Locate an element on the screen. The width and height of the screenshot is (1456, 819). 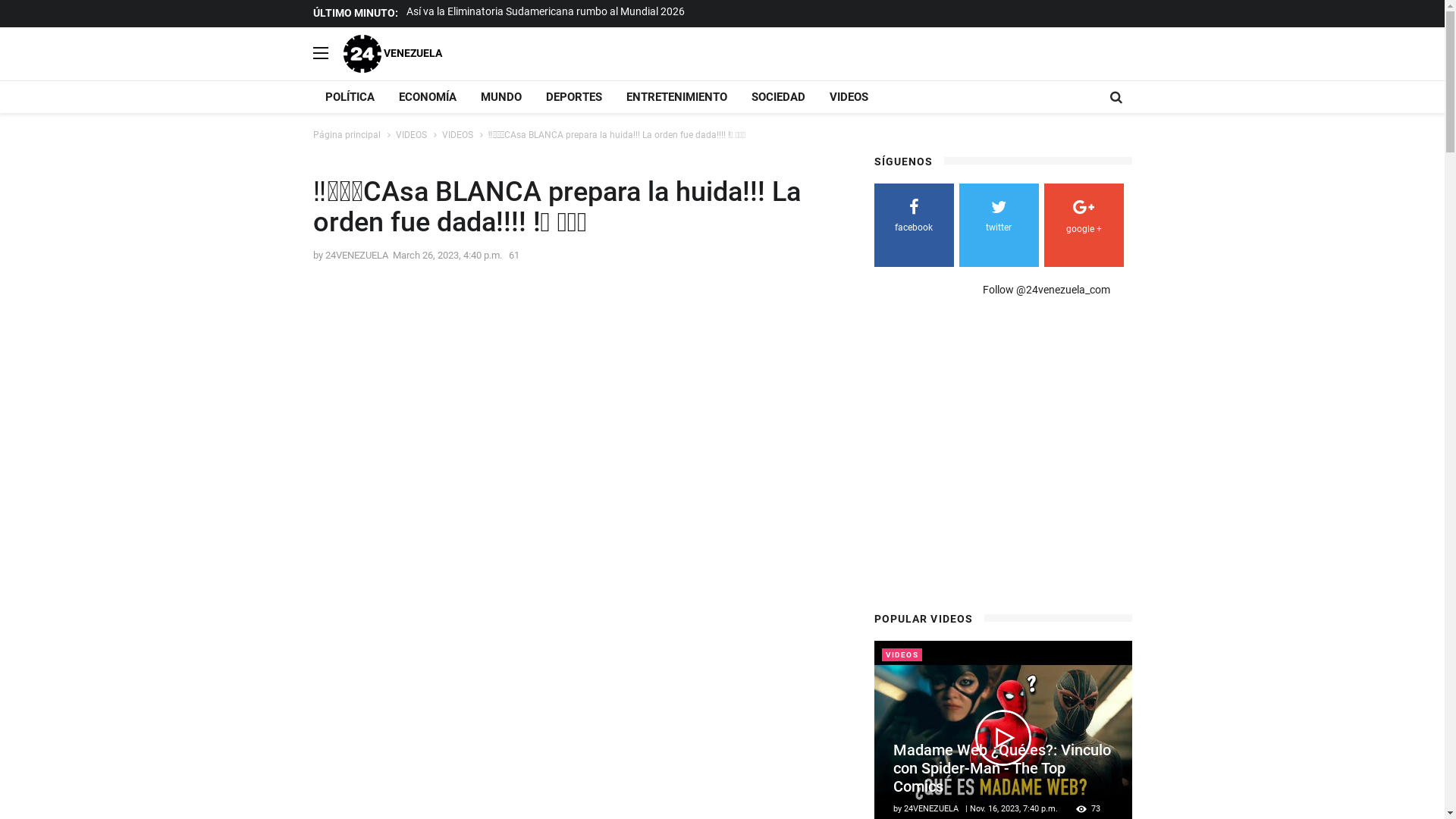
'twitter' is located at coordinates (998, 218).